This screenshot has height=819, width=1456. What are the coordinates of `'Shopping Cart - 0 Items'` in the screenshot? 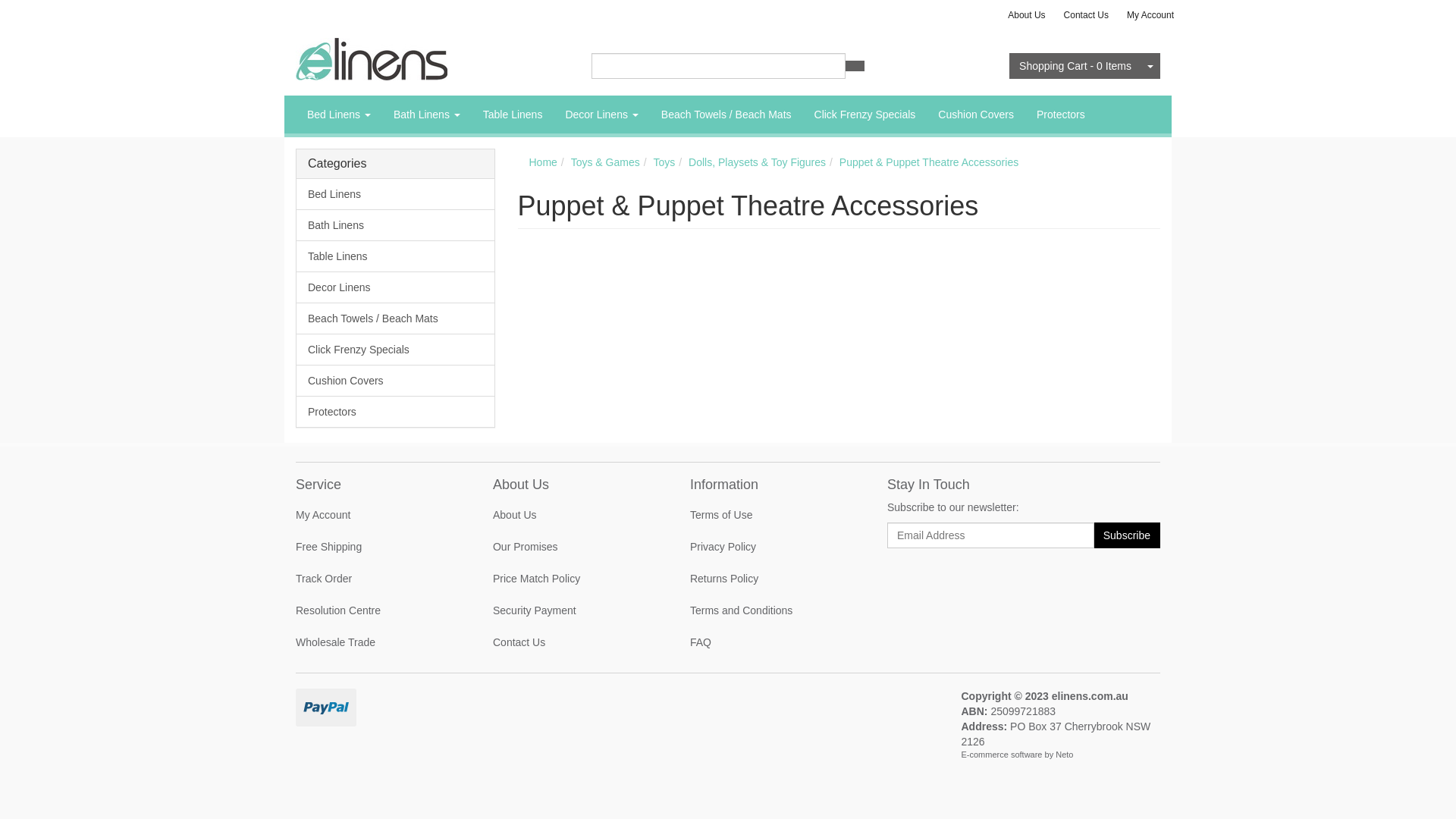 It's located at (1074, 65).